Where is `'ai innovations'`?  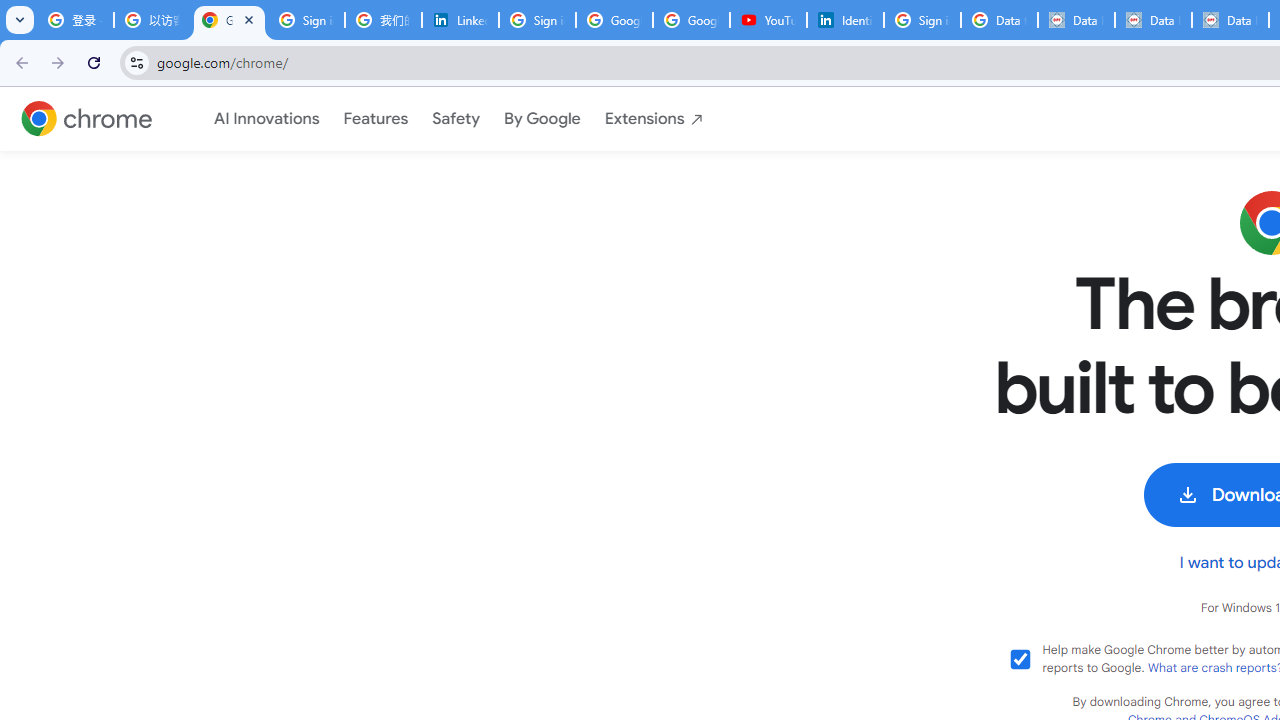
'ai innovations' is located at coordinates (265, 119).